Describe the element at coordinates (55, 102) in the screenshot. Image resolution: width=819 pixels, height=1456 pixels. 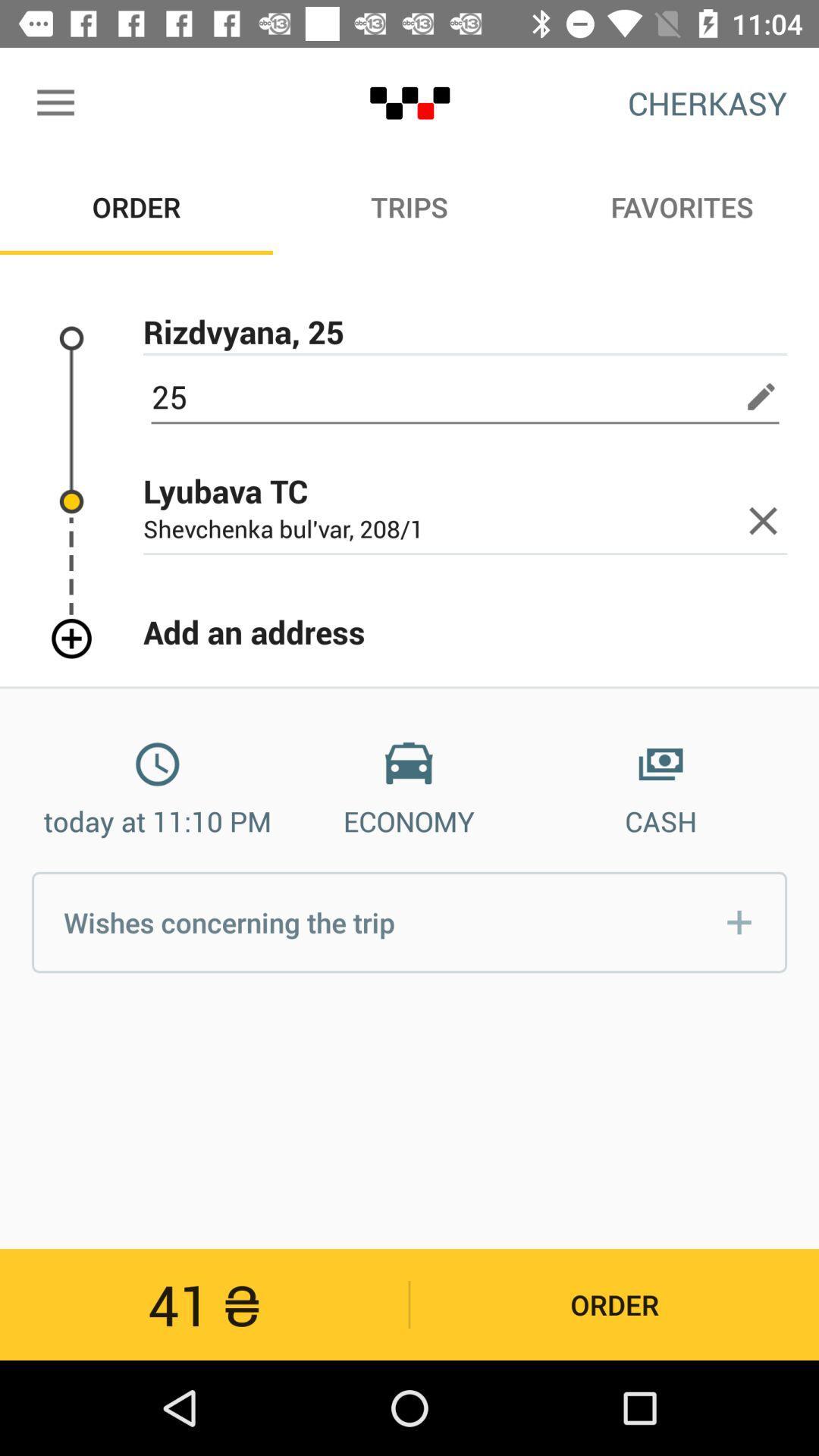
I see `icon above order item` at that location.